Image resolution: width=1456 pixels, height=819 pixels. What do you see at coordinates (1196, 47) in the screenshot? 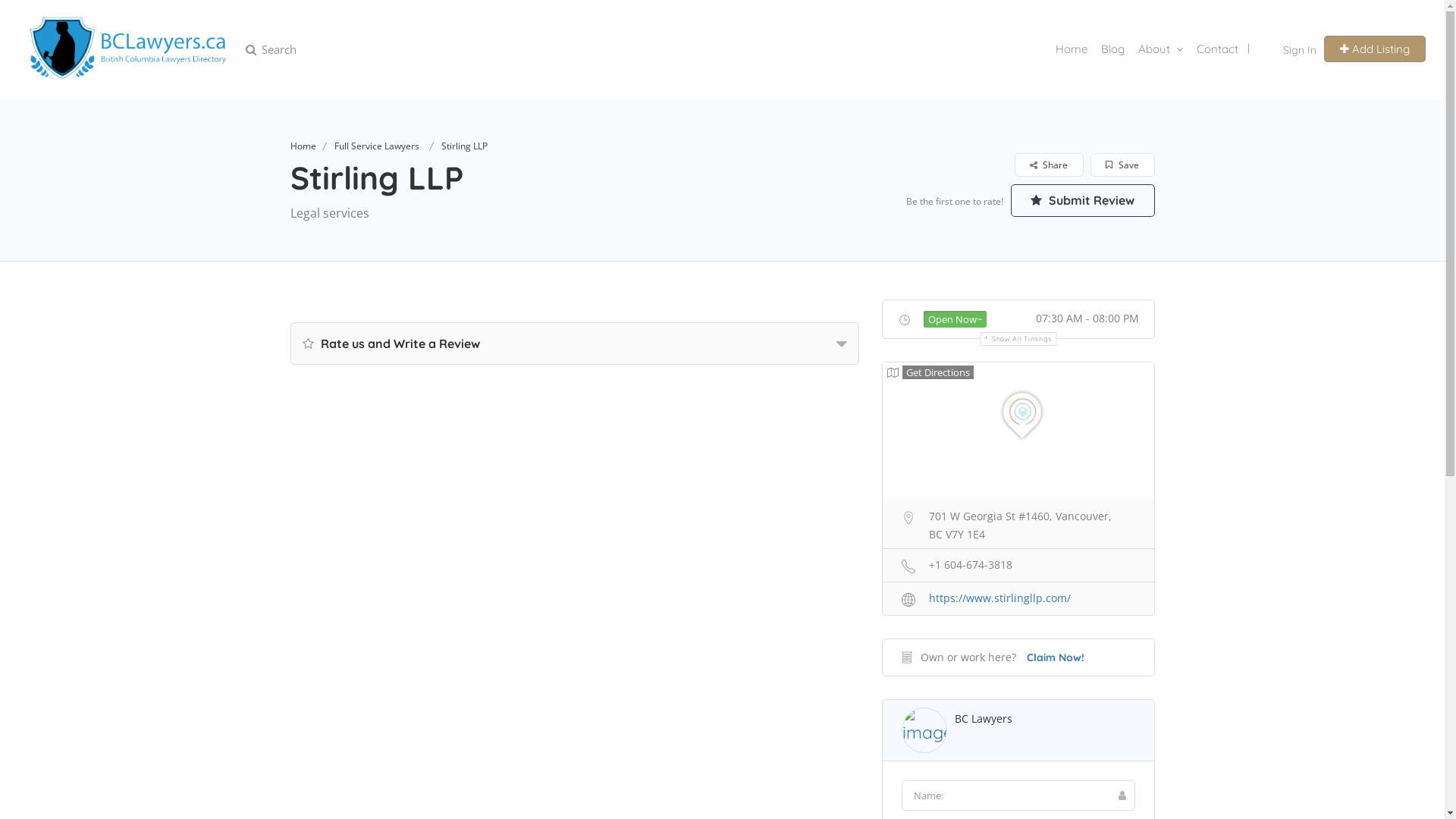
I see `'Contact'` at bounding box center [1196, 47].